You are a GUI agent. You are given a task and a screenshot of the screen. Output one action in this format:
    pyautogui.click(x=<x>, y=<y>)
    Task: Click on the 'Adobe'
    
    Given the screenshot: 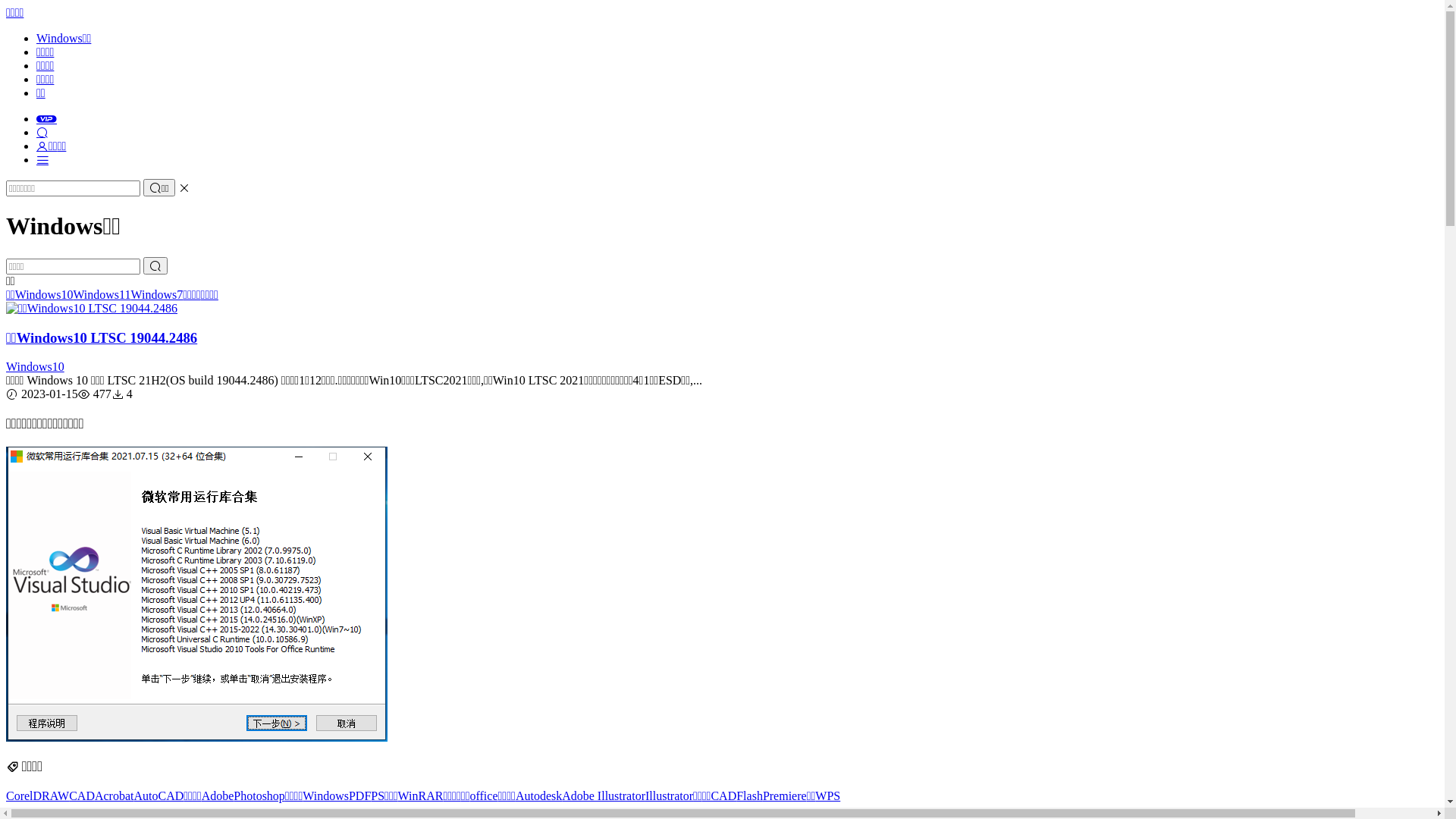 What is the action you would take?
    pyautogui.click(x=217, y=795)
    